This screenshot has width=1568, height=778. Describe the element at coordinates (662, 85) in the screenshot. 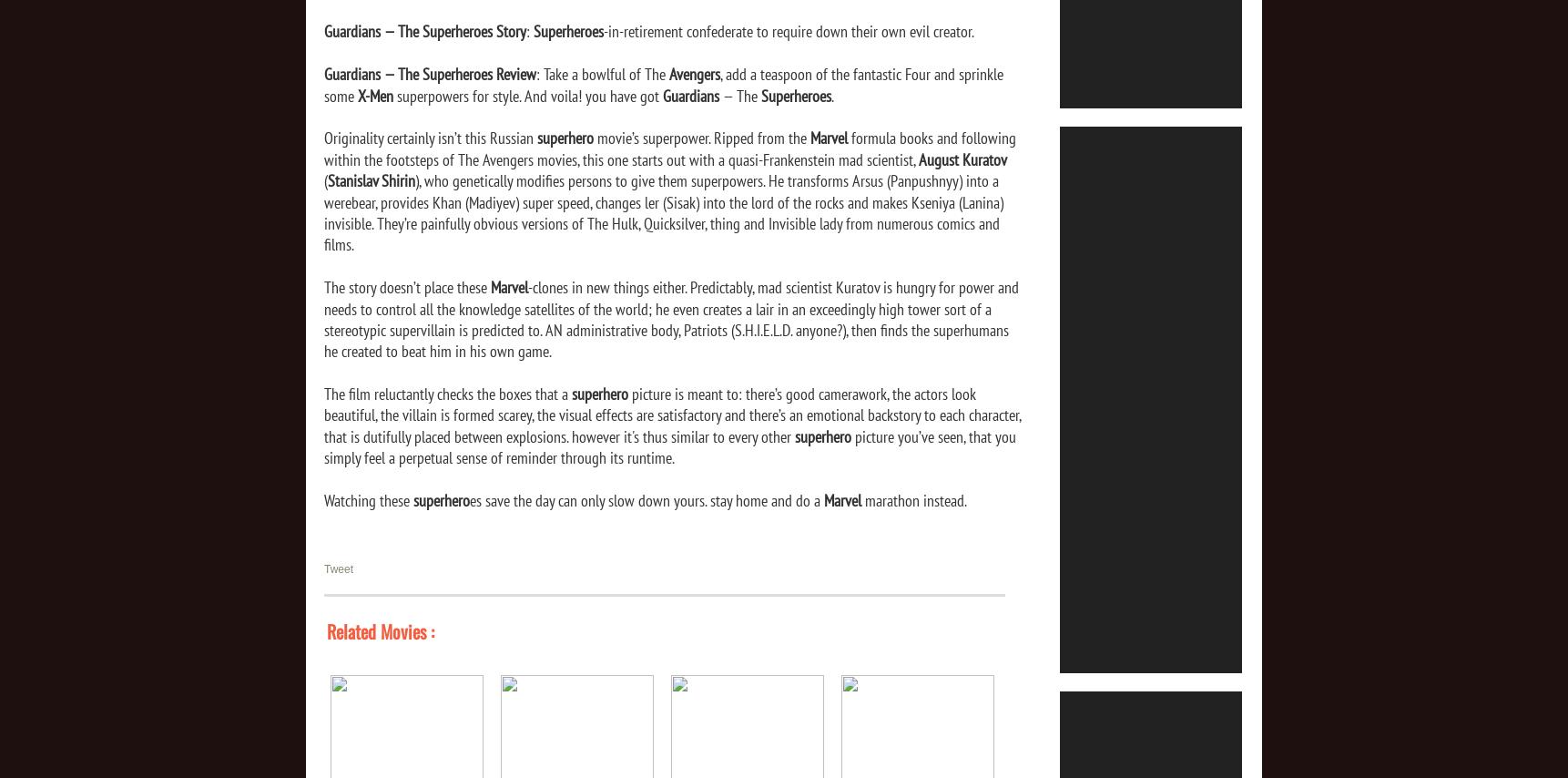

I see `', add a
teaspoon of the fantastic Four and sprinkle some'` at that location.